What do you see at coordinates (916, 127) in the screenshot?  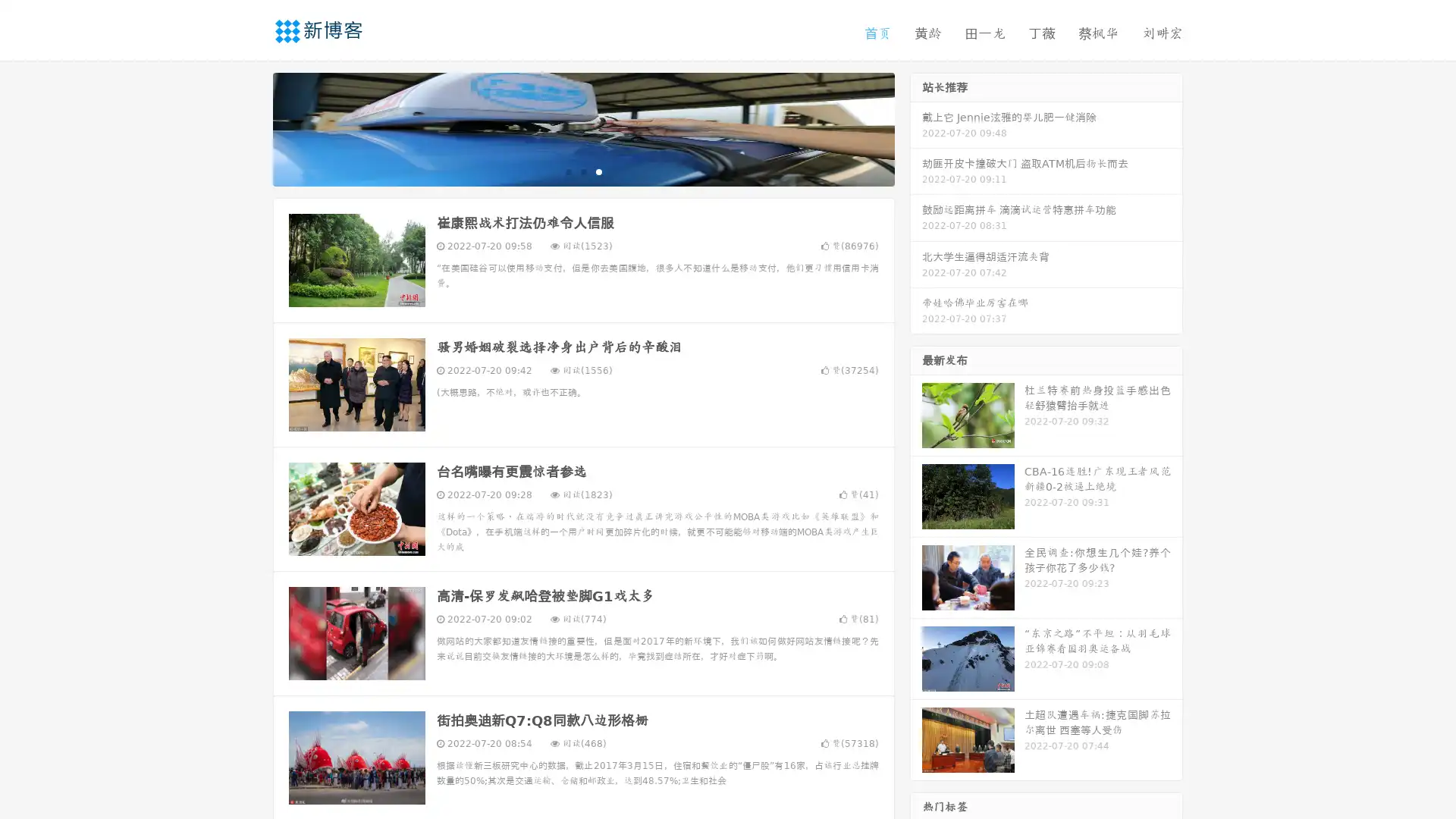 I see `Next slide` at bounding box center [916, 127].